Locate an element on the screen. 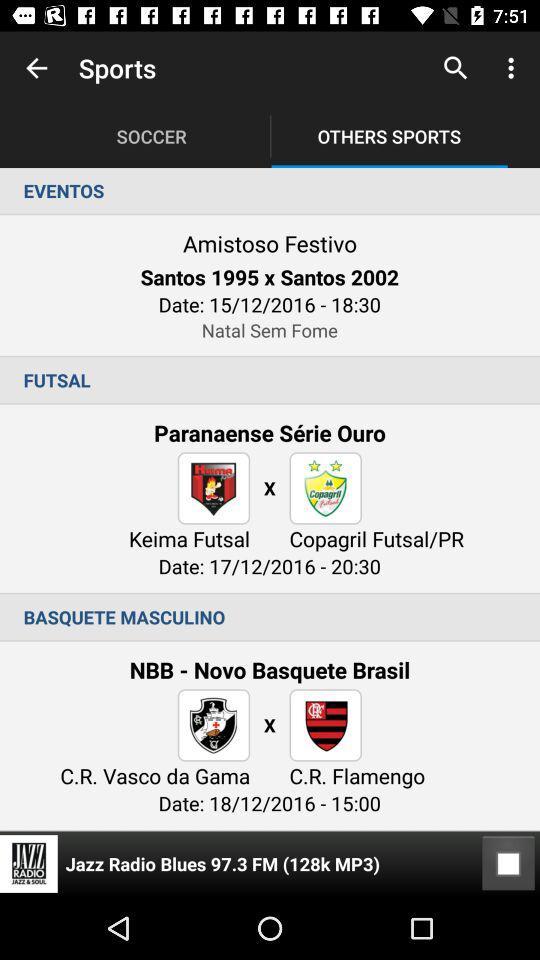 The image size is (540, 960). the icon at the bottom right corner is located at coordinates (508, 863).